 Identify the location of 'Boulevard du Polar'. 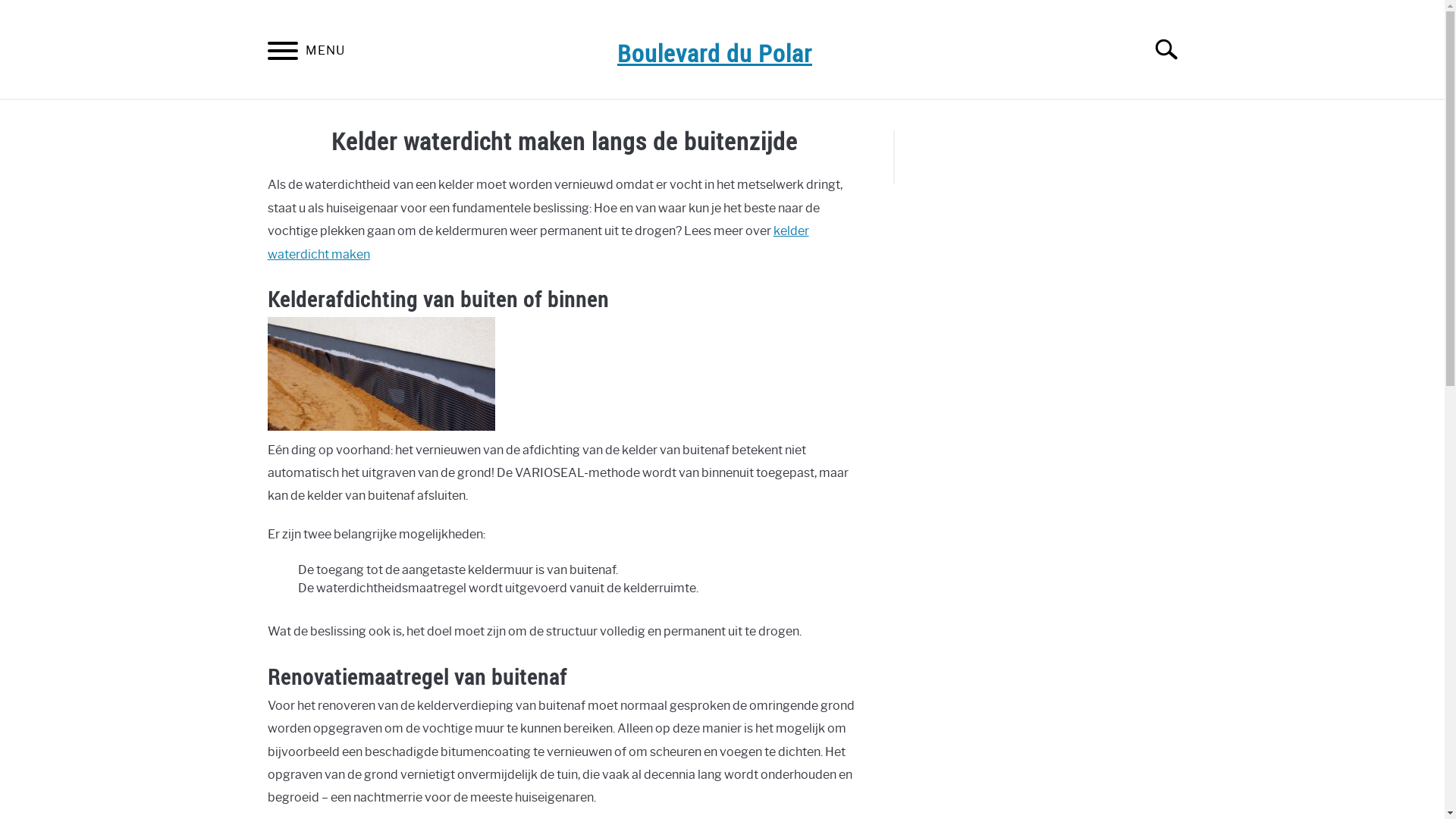
(714, 52).